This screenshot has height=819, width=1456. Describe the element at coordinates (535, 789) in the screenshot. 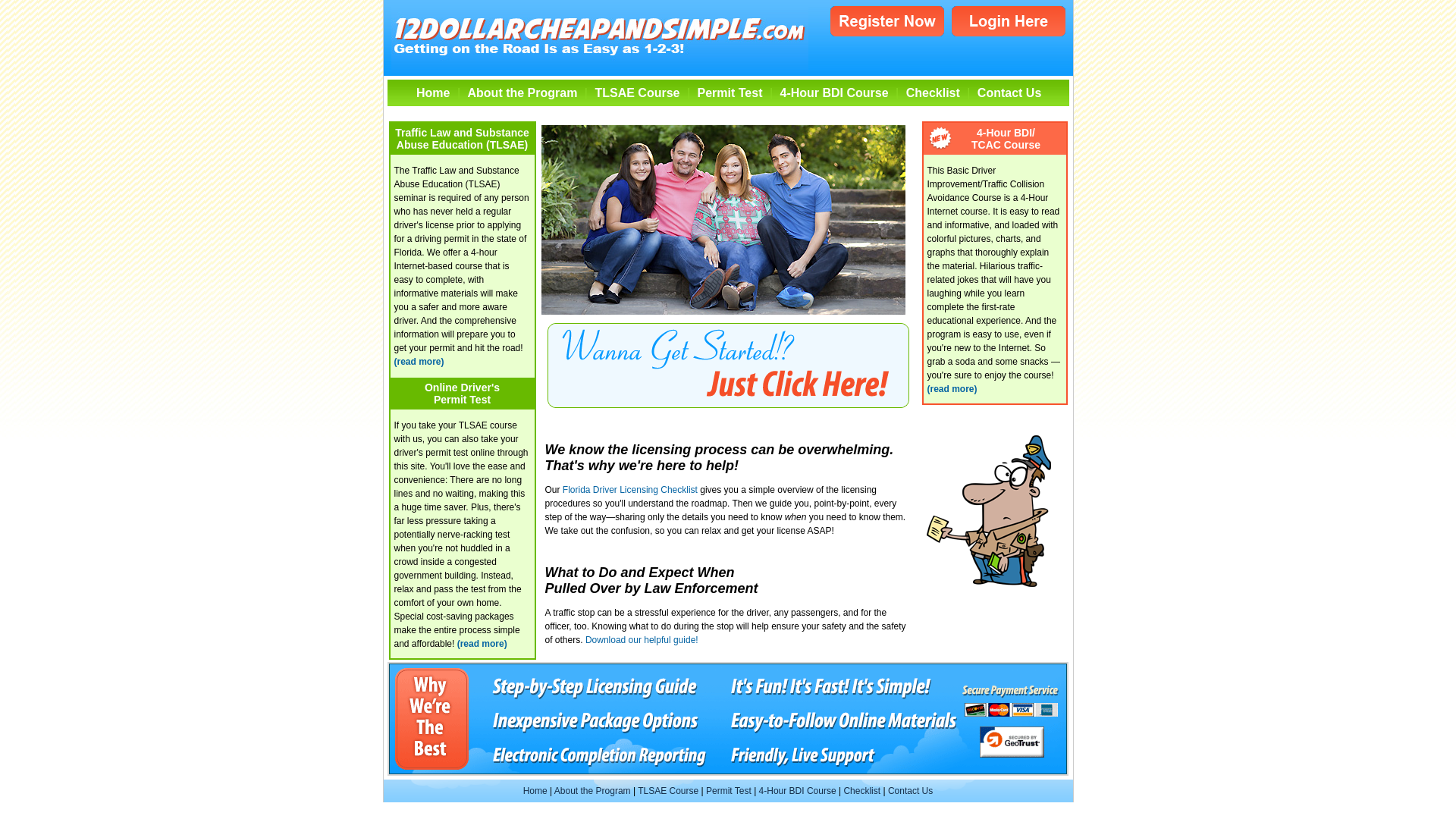

I see `'Home'` at that location.